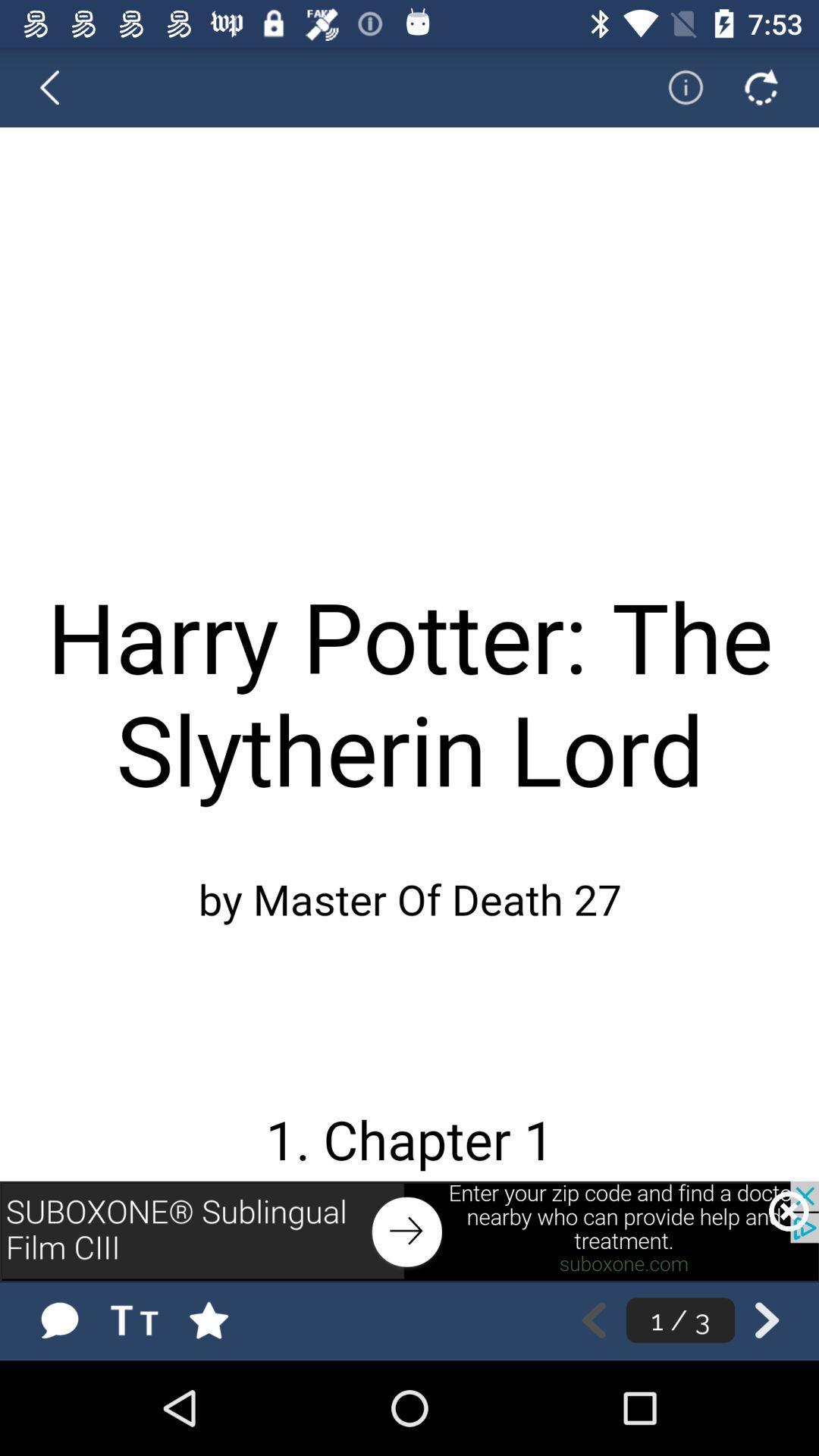 Image resolution: width=819 pixels, height=1456 pixels. Describe the element at coordinates (761, 86) in the screenshot. I see `refresh` at that location.